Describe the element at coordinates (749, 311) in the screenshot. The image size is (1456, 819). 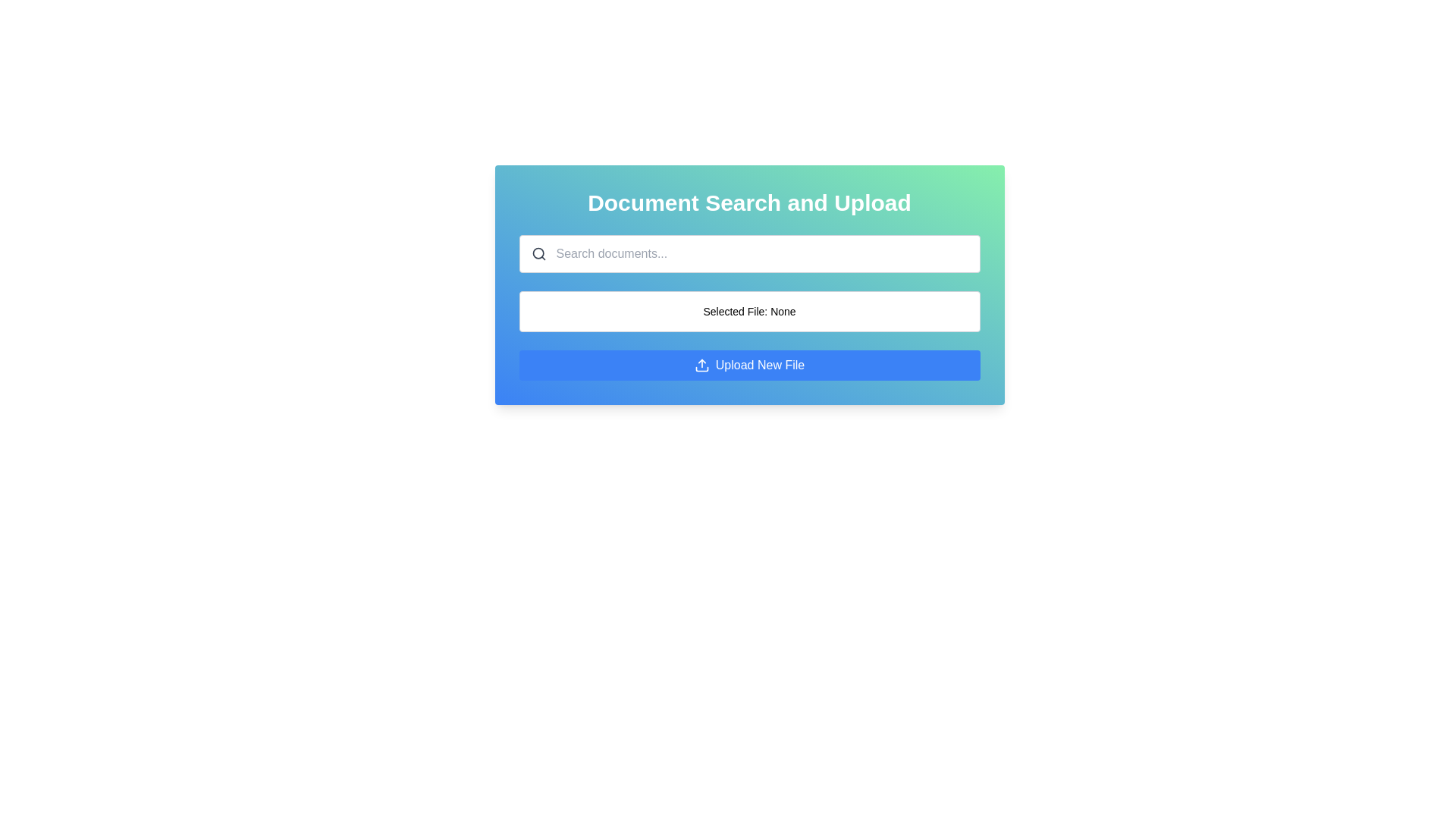
I see `the Static informational label that displays the current state of file selection, which is 'None'` at that location.